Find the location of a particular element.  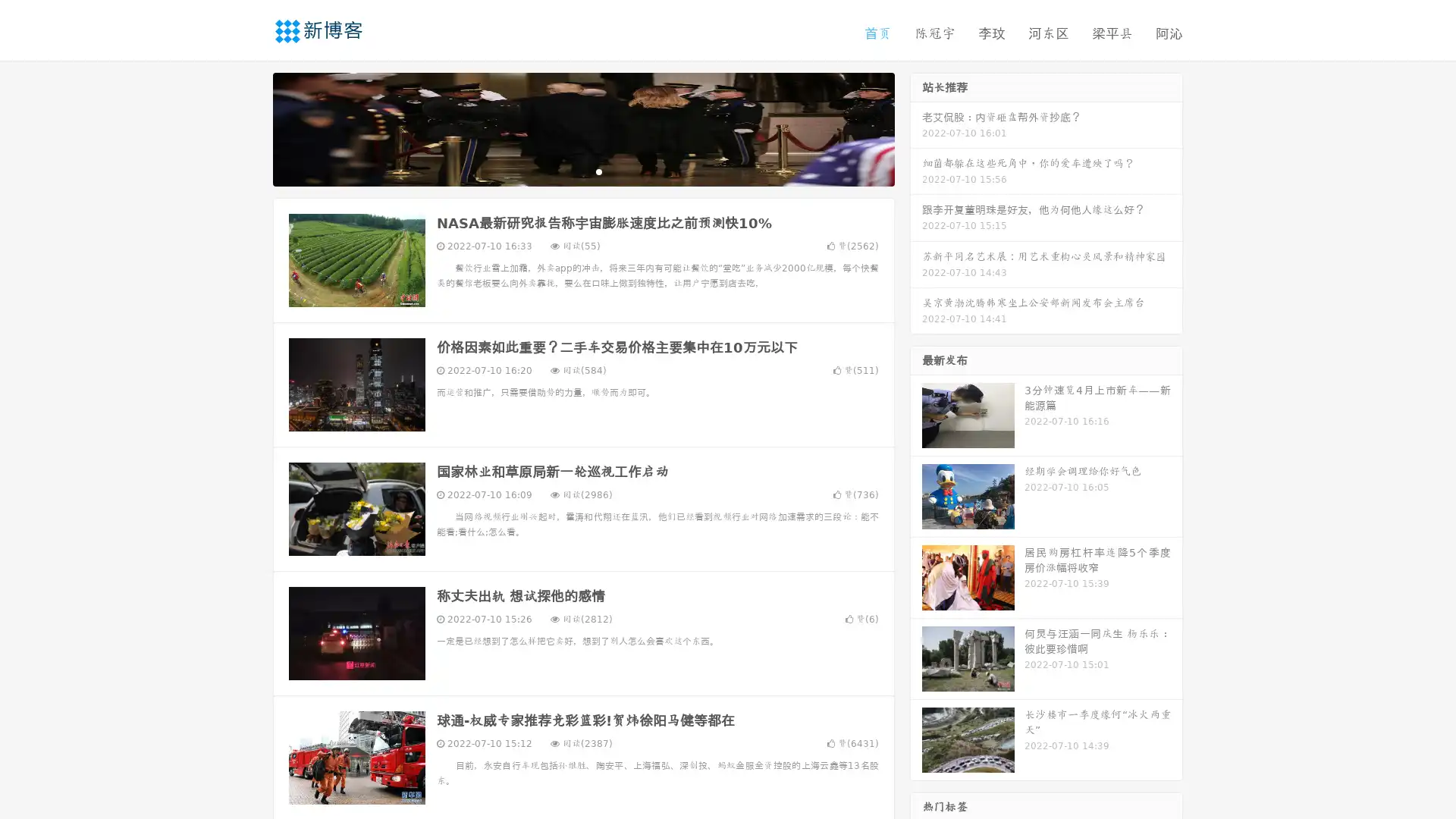

Go to slide 2 is located at coordinates (582, 171).